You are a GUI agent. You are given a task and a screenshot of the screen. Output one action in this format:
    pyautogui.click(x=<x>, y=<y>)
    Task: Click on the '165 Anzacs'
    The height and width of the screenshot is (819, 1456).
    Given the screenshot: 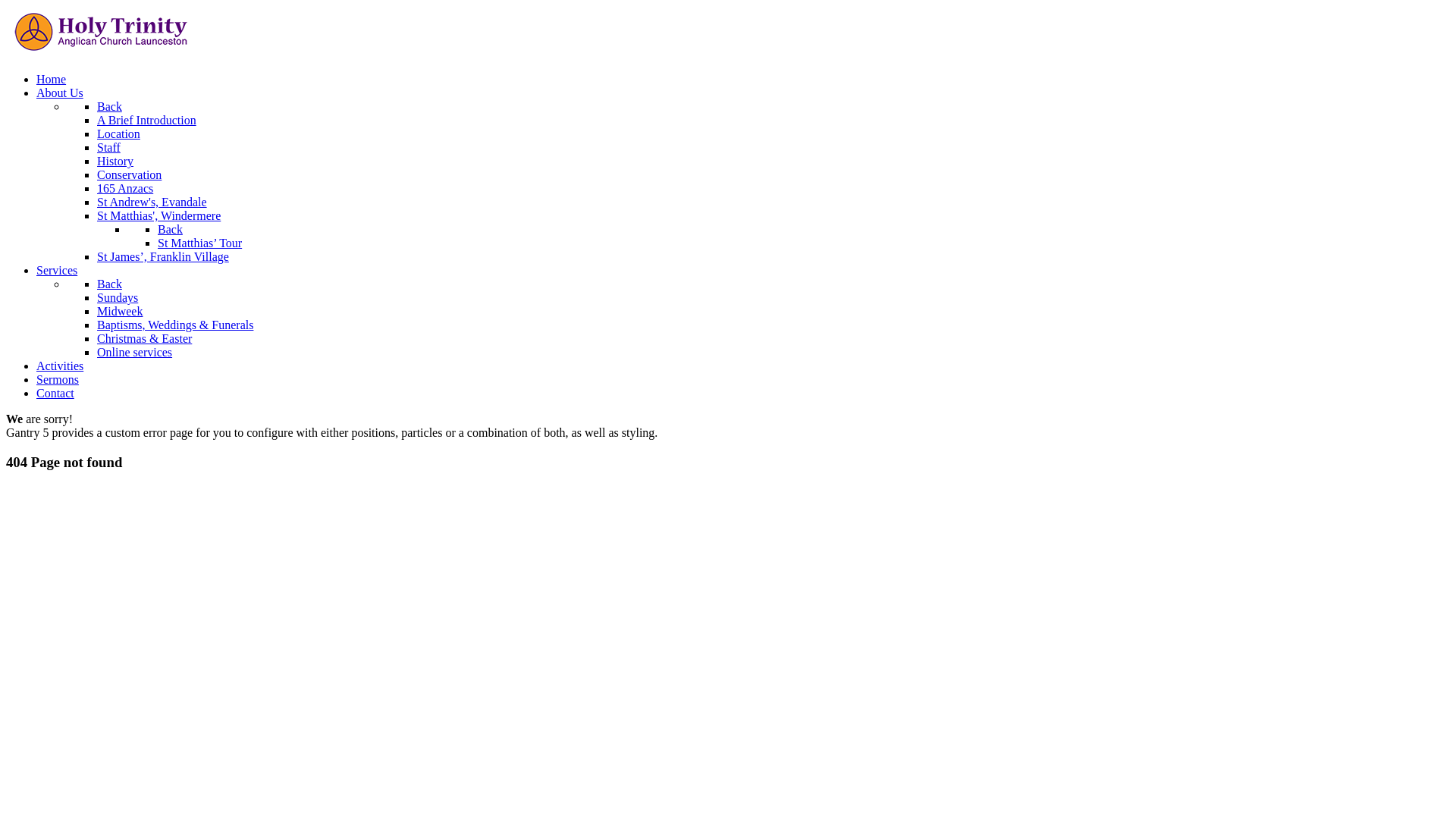 What is the action you would take?
    pyautogui.click(x=124, y=187)
    